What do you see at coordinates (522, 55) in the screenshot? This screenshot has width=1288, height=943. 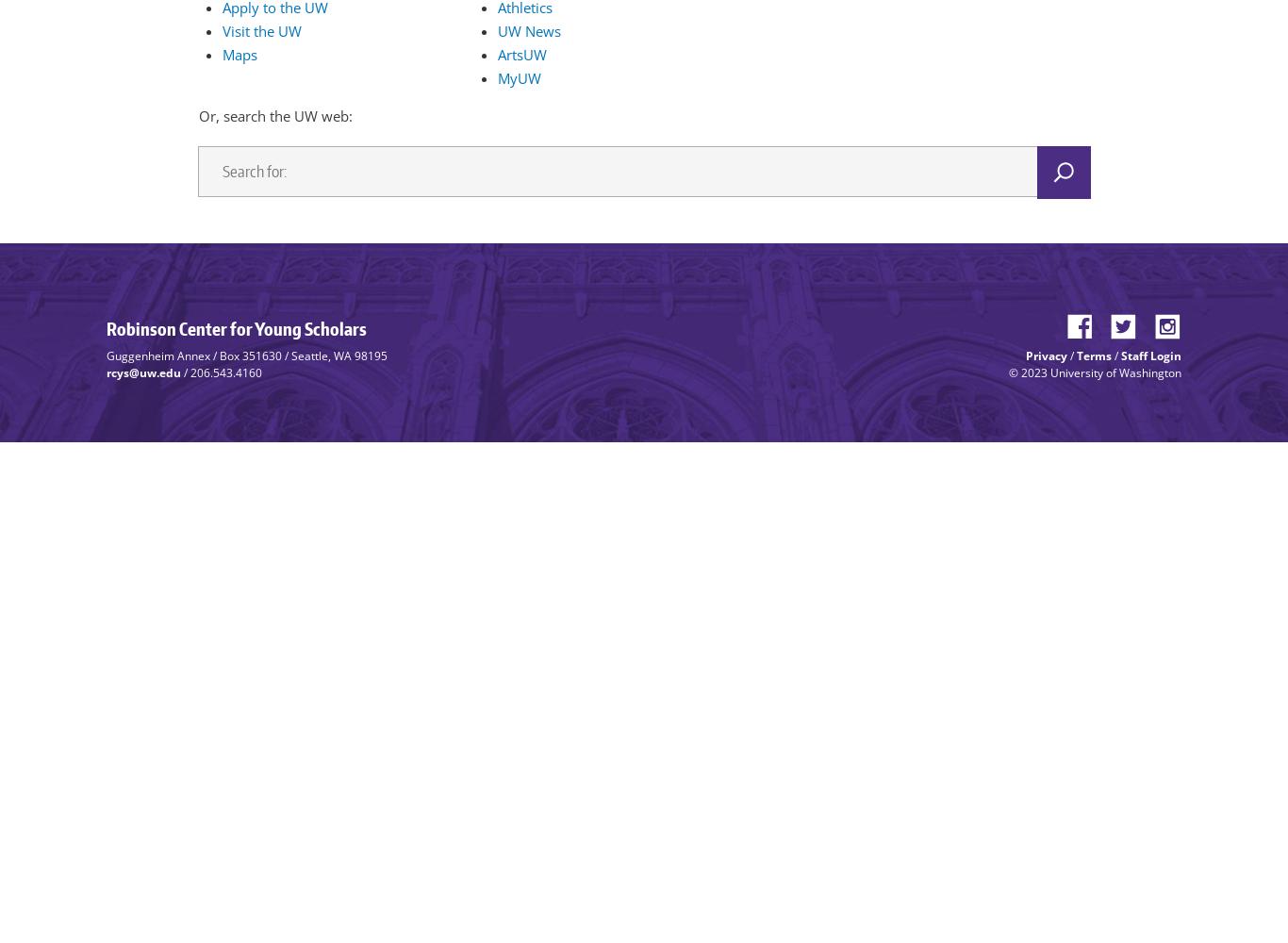 I see `'ArtsUW'` at bounding box center [522, 55].